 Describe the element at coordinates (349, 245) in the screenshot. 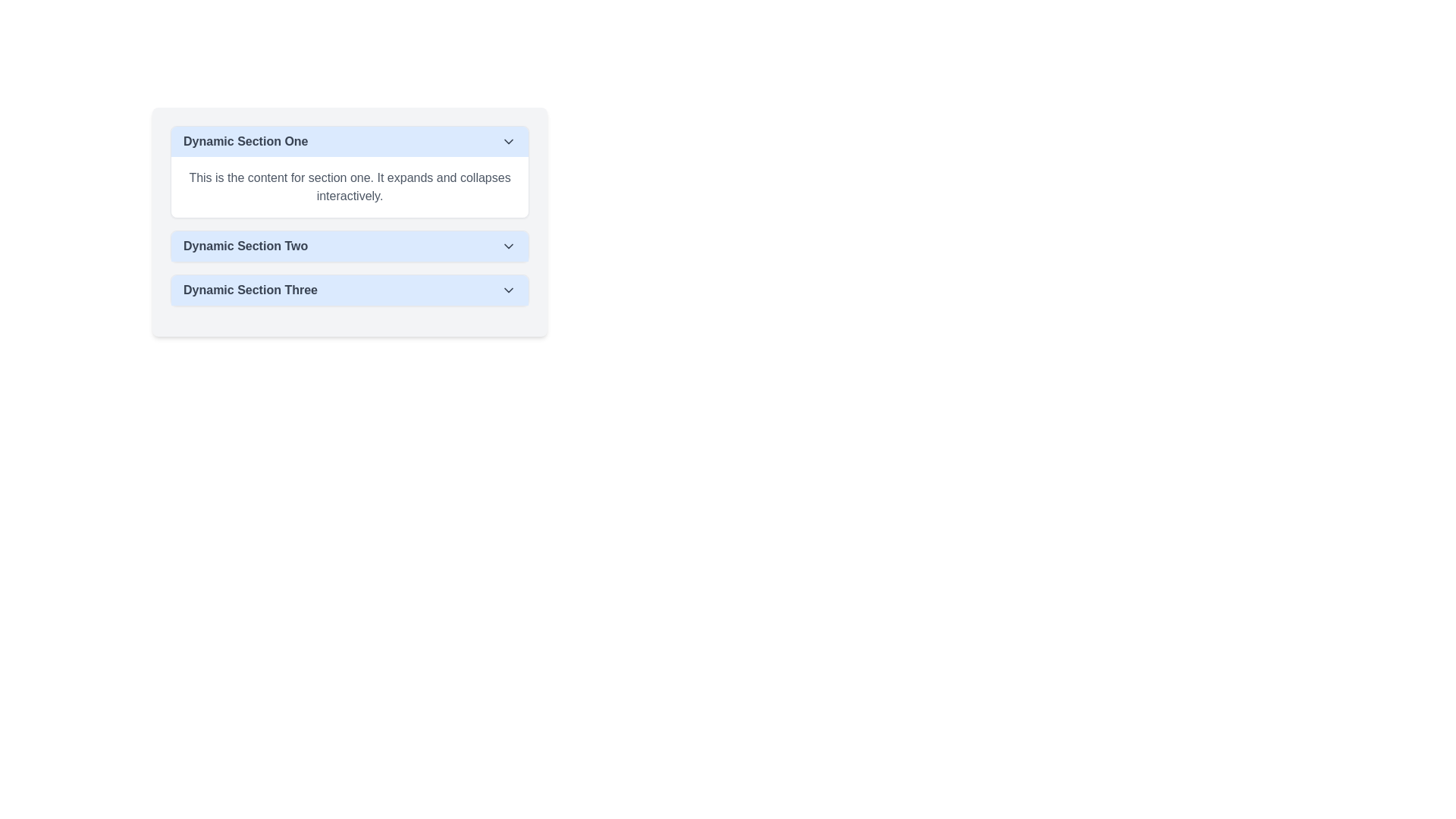

I see `the button labeled 'Dynamic Section Two' to trigger a background color change` at that location.